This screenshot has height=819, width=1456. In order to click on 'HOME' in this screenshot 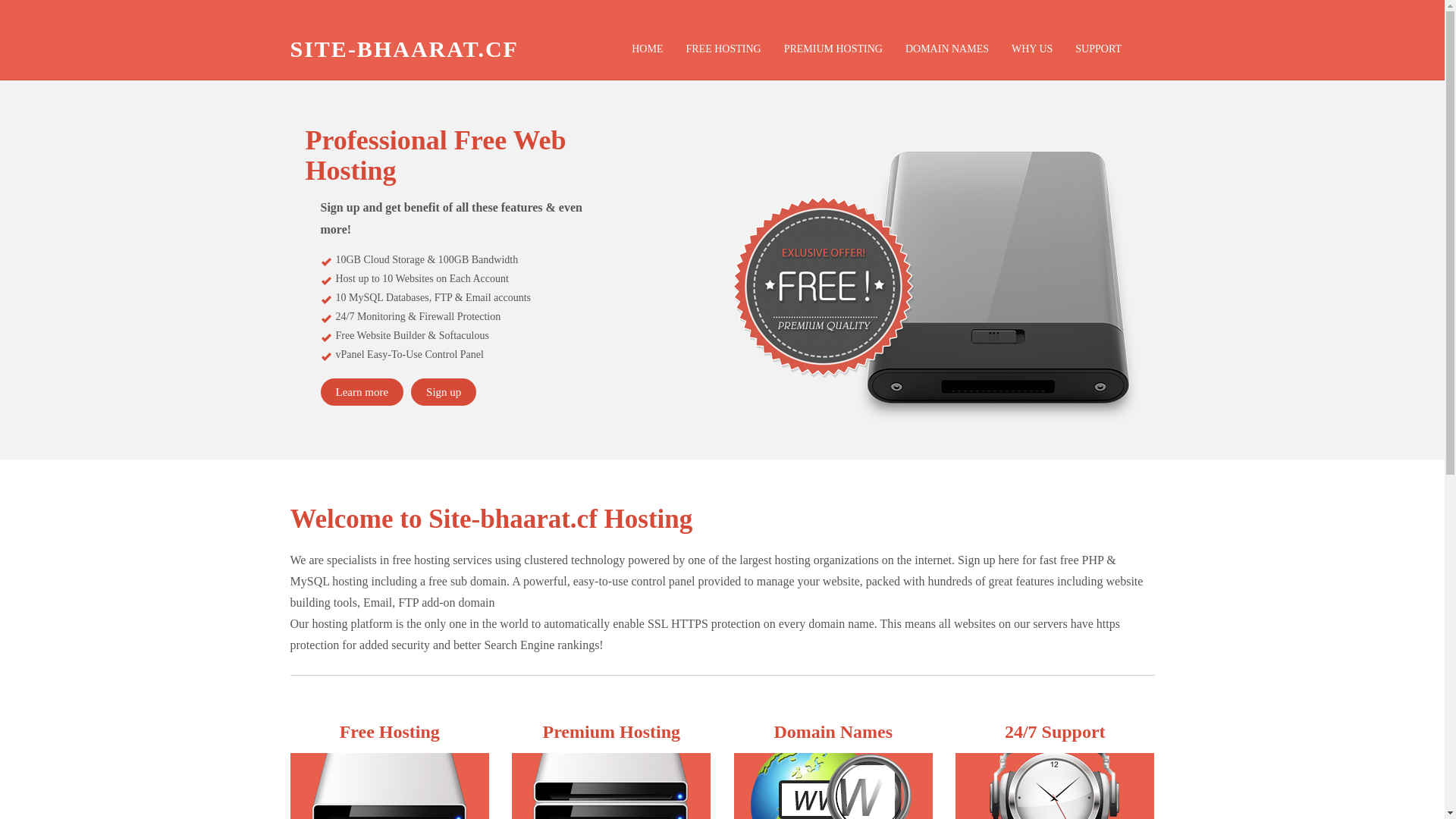, I will do `click(647, 49)`.